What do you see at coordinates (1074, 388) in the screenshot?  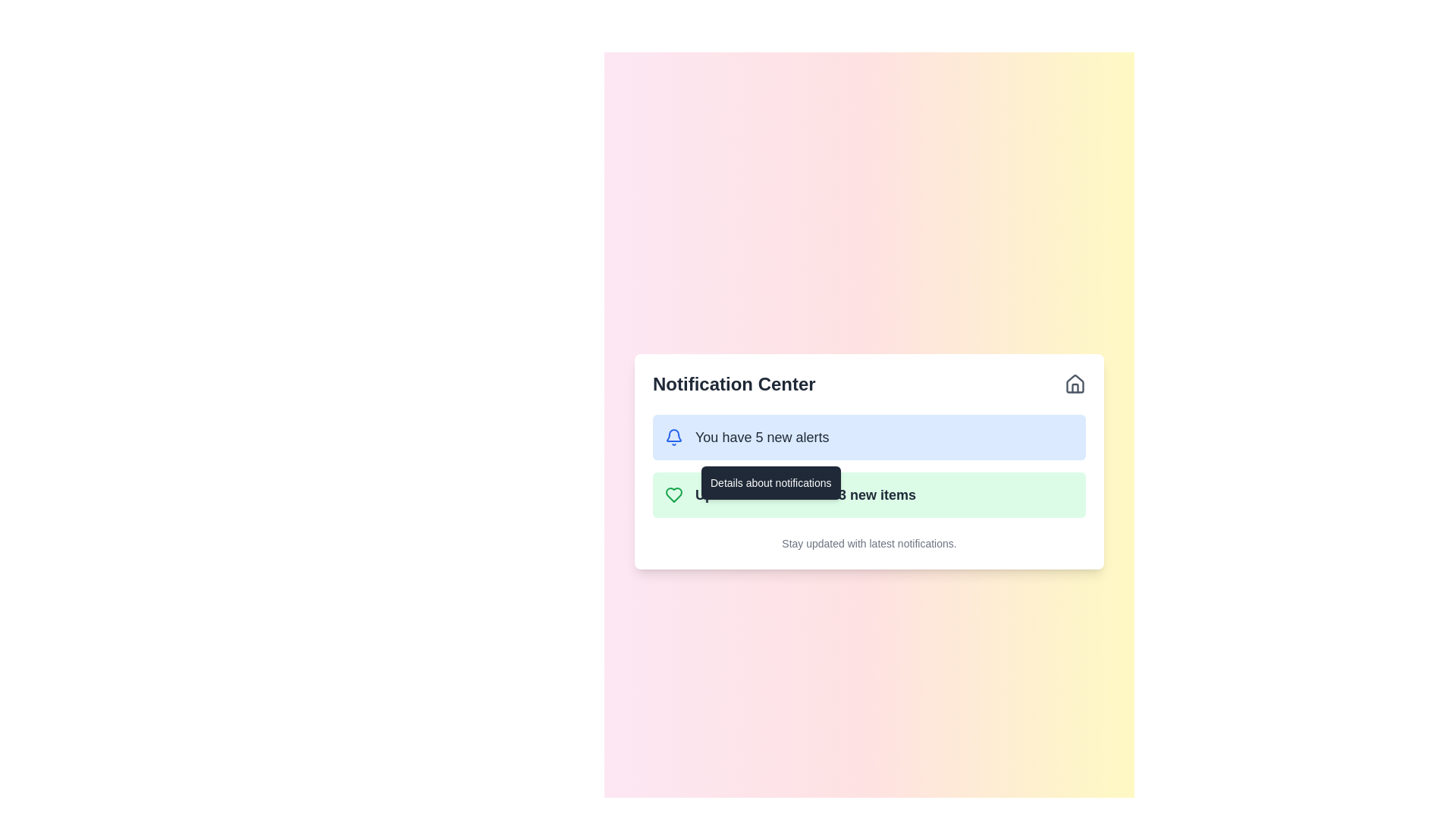 I see `the small gray house icon located in the upper-right corner of the Notification Center` at bounding box center [1074, 388].